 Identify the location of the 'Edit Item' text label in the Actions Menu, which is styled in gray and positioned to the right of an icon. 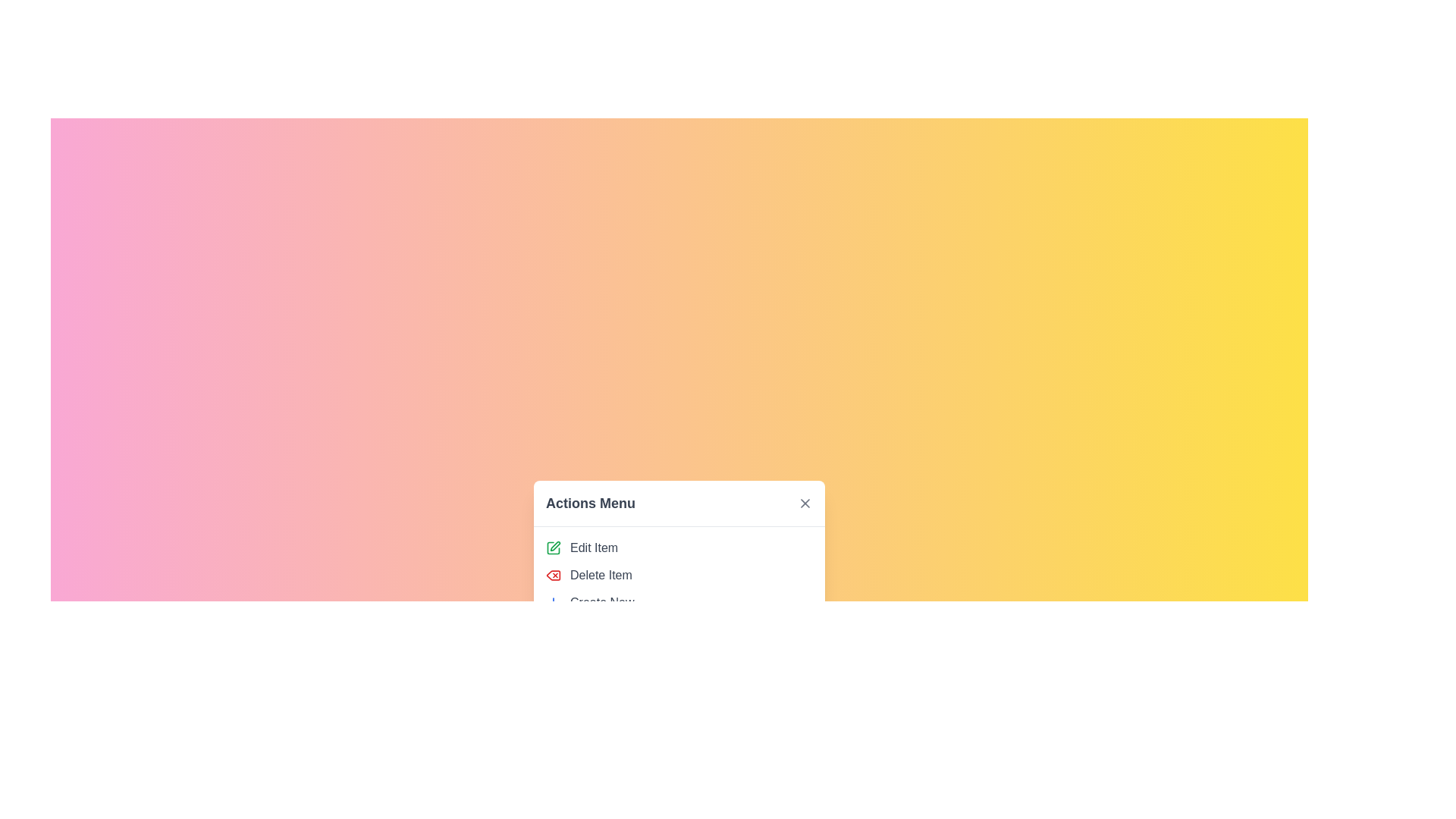
(593, 548).